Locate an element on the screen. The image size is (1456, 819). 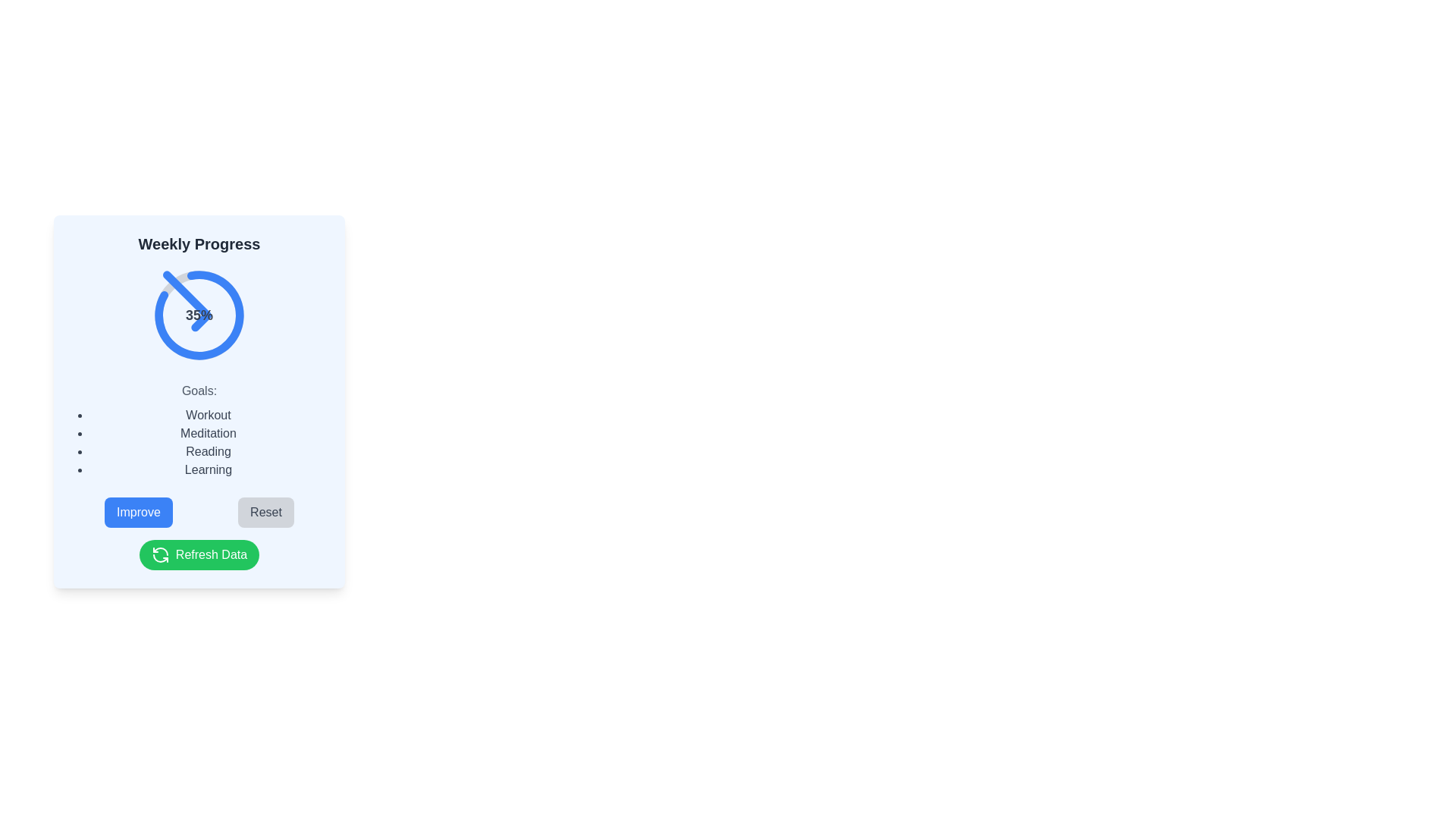
the text label displaying 'Reading' in a bullet-point list, which is styled in dark gray on a light blue background is located at coordinates (207, 451).